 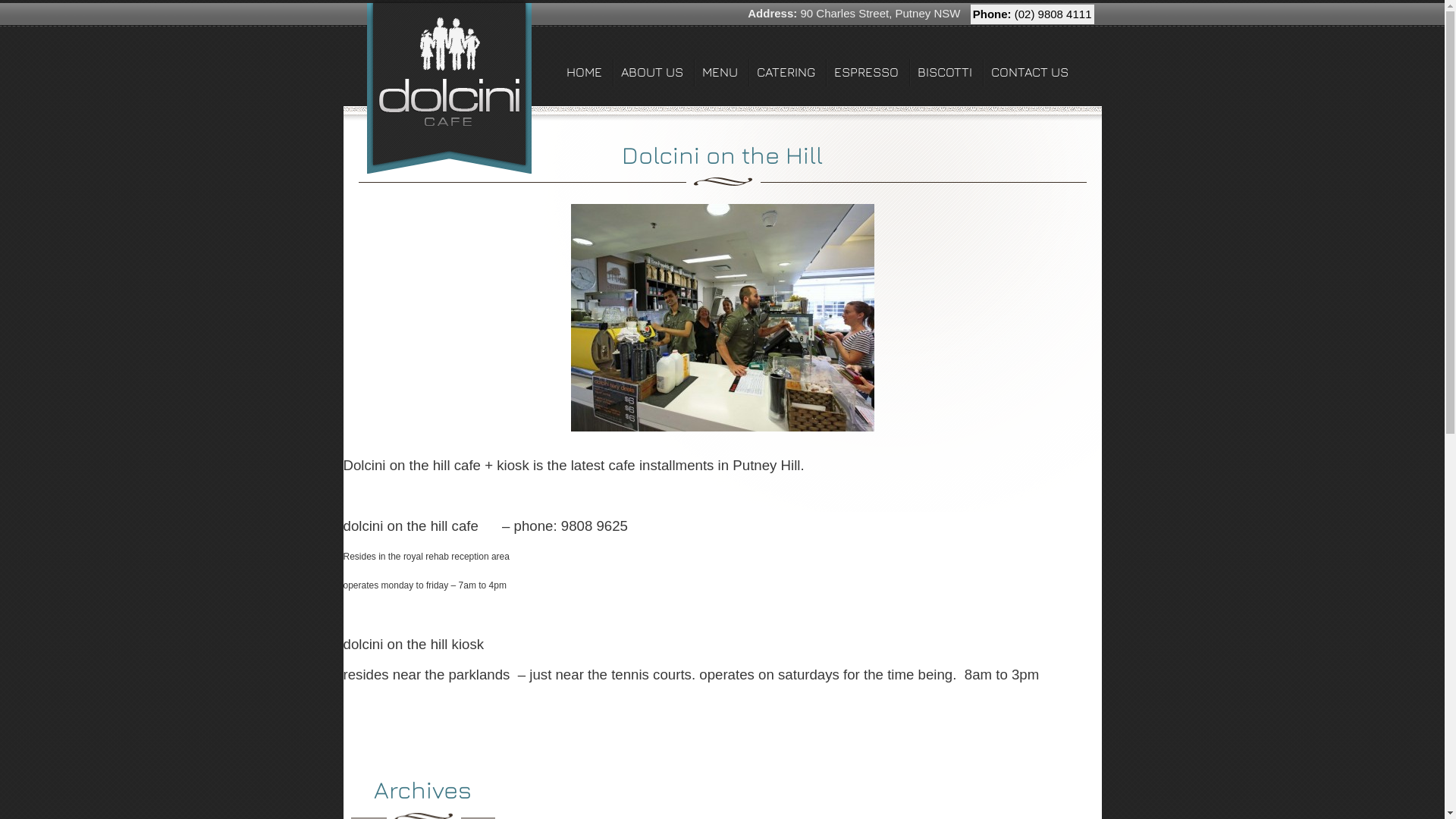 I want to click on 'ESPRESSO', so click(x=866, y=61).